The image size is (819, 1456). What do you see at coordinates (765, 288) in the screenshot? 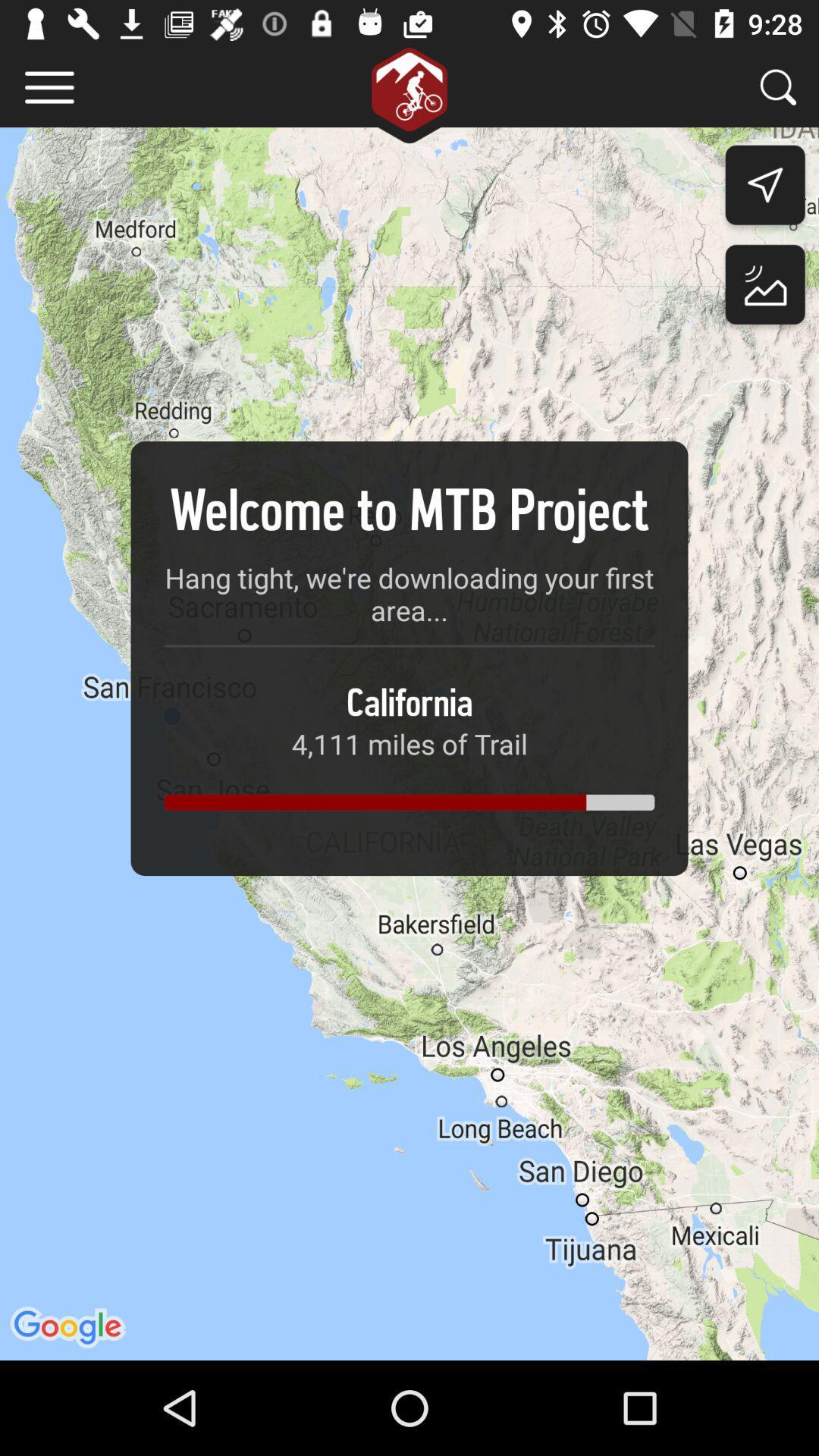
I see `the wallpaper icon` at bounding box center [765, 288].